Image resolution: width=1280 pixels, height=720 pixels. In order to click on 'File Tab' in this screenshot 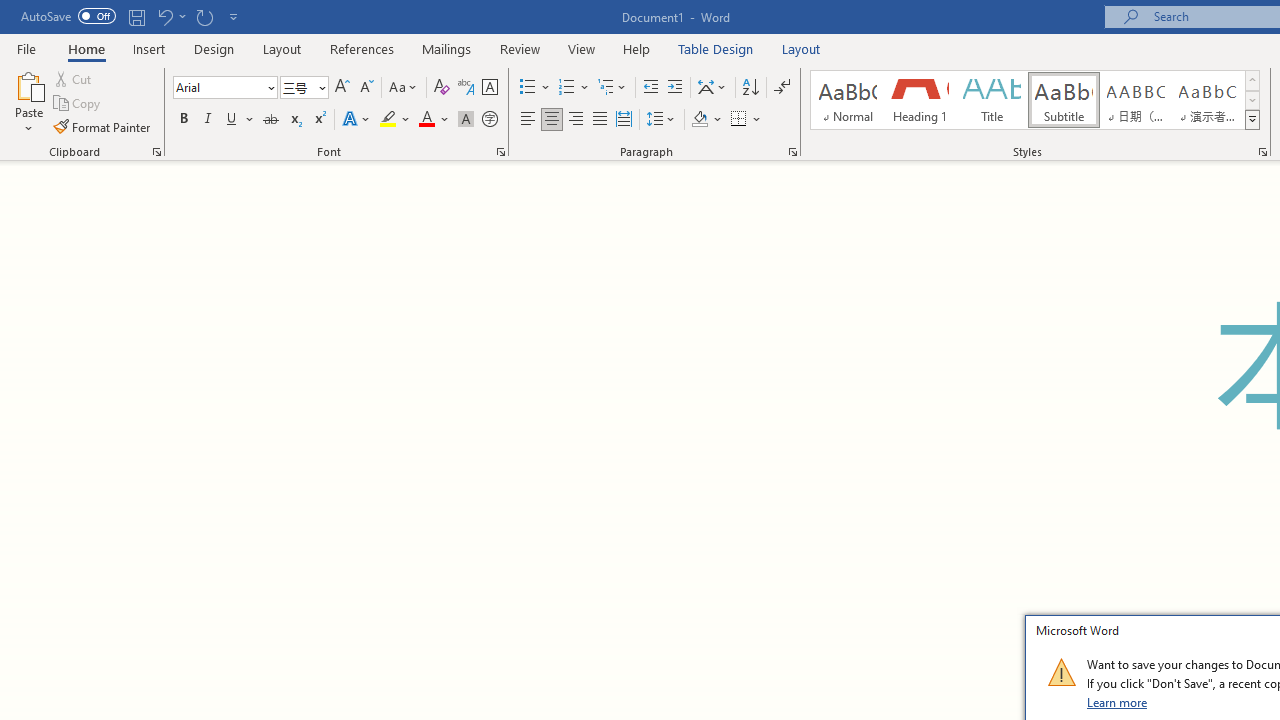, I will do `click(26, 47)`.